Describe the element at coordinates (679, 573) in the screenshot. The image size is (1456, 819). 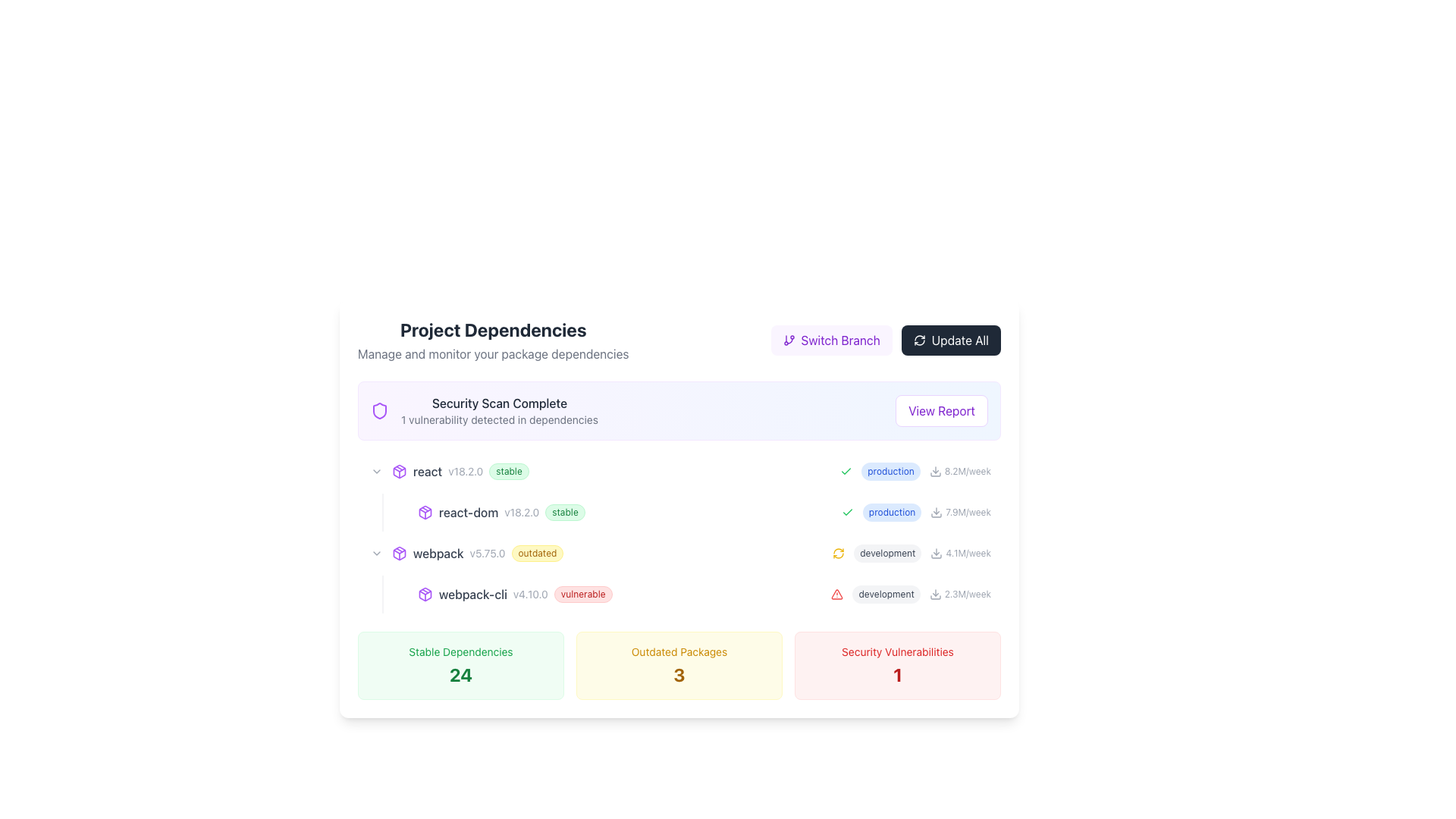
I see `the third entry of the list item displaying software dependency information, which shows details like version and status` at that location.